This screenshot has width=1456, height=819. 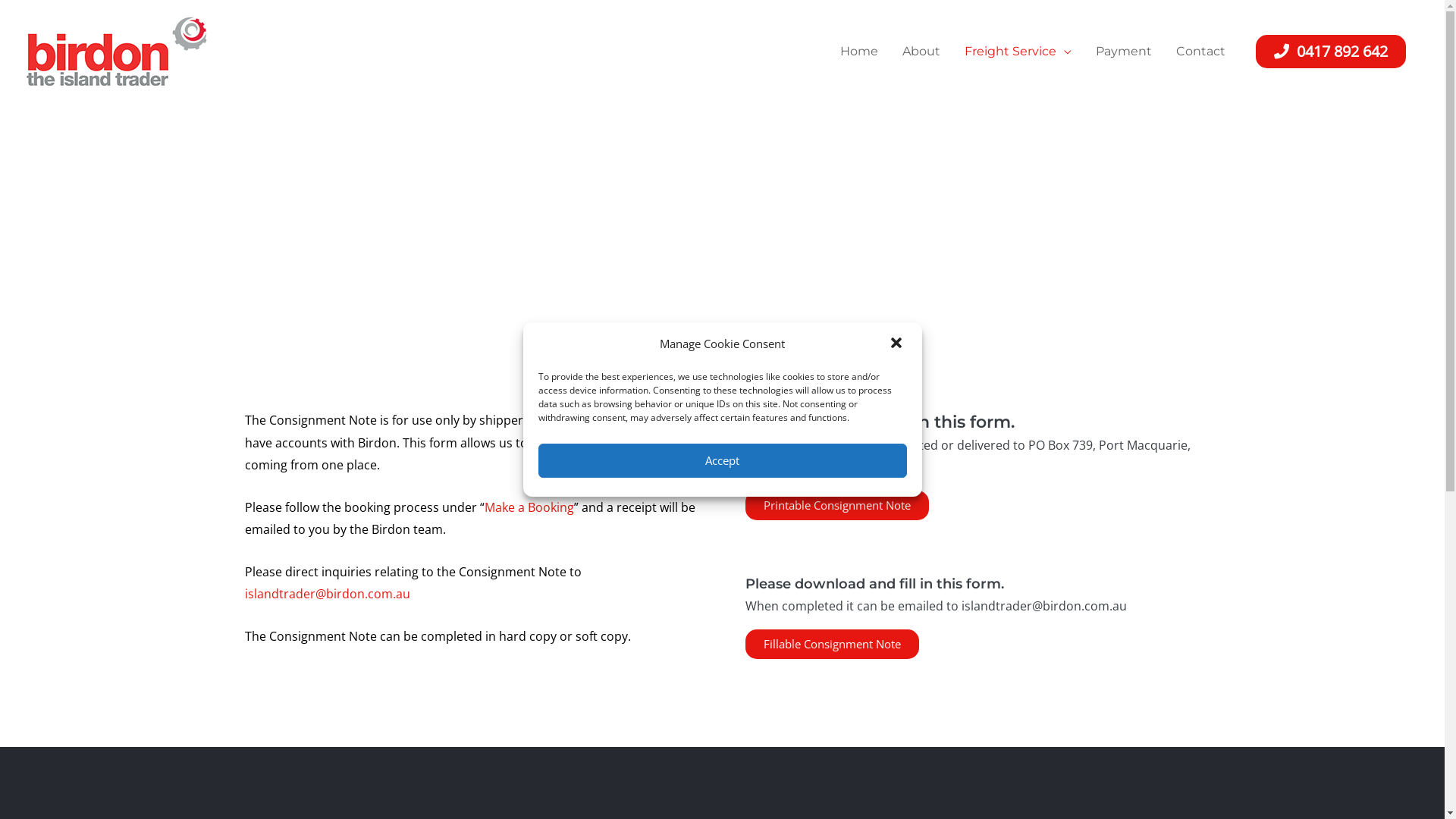 I want to click on 'Accept', so click(x=722, y=460).